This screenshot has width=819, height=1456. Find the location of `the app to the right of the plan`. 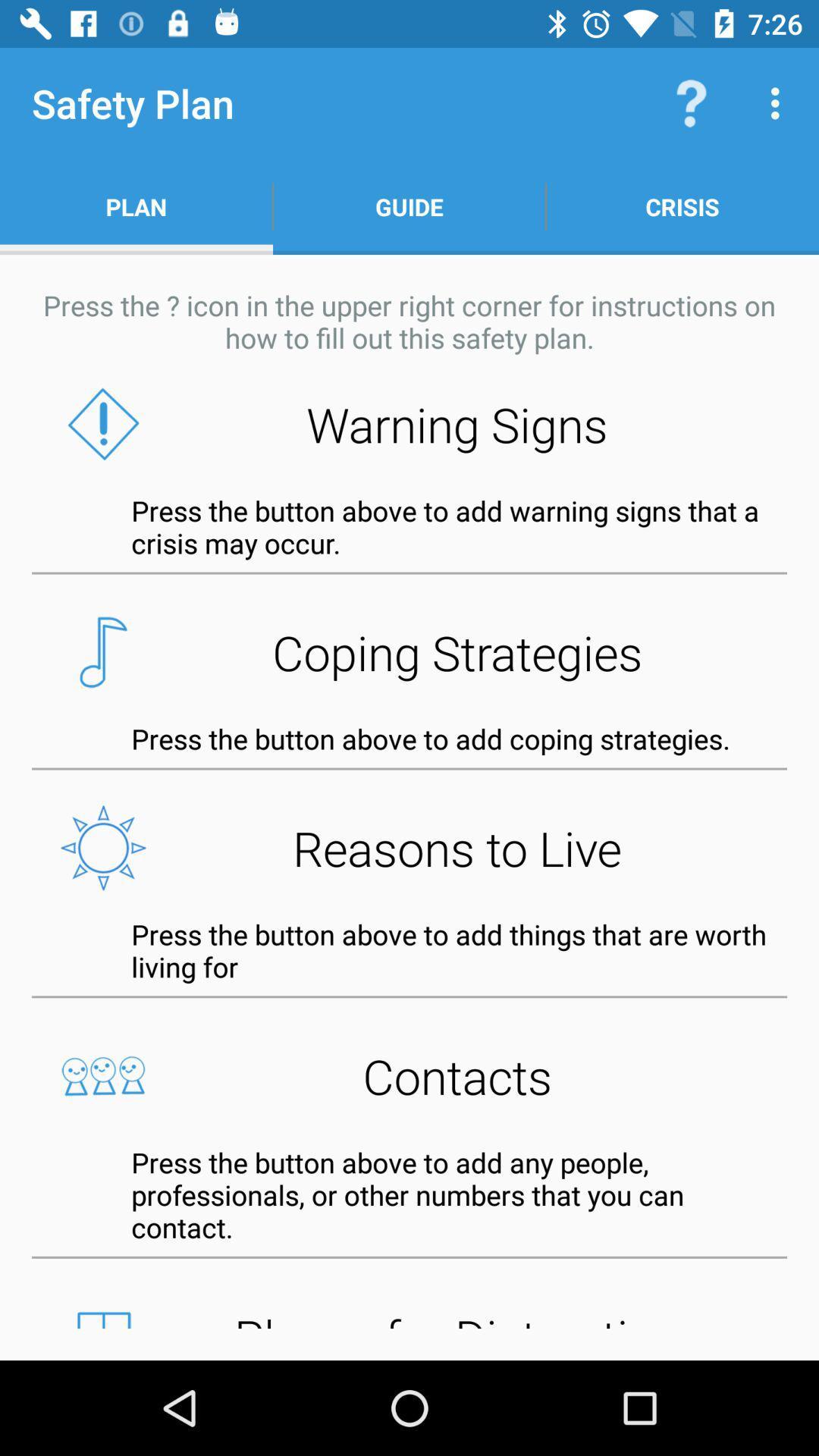

the app to the right of the plan is located at coordinates (409, 206).